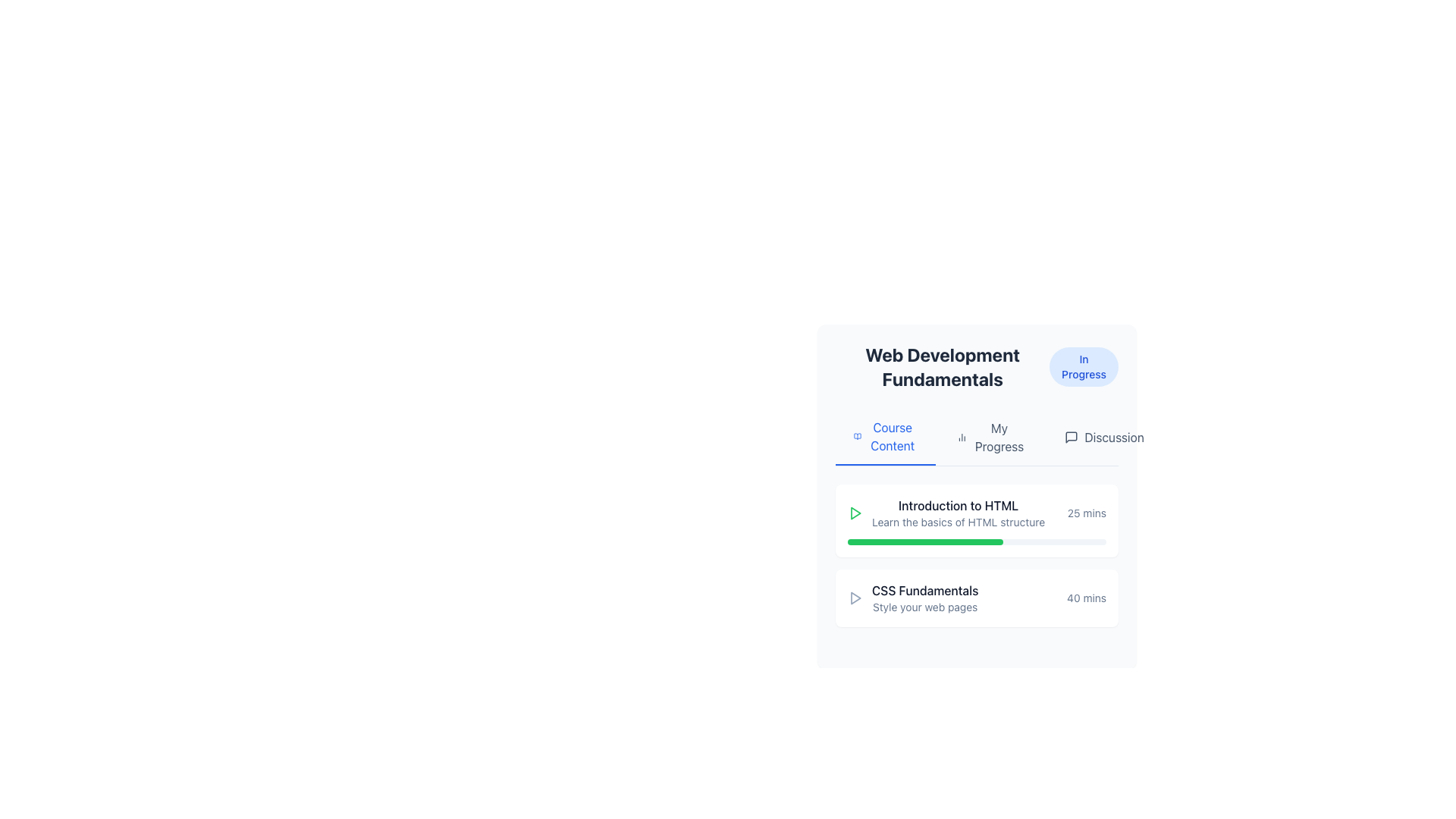 This screenshot has height=819, width=1456. I want to click on the text label located in the top-right corner of the containing card, so click(1114, 438).